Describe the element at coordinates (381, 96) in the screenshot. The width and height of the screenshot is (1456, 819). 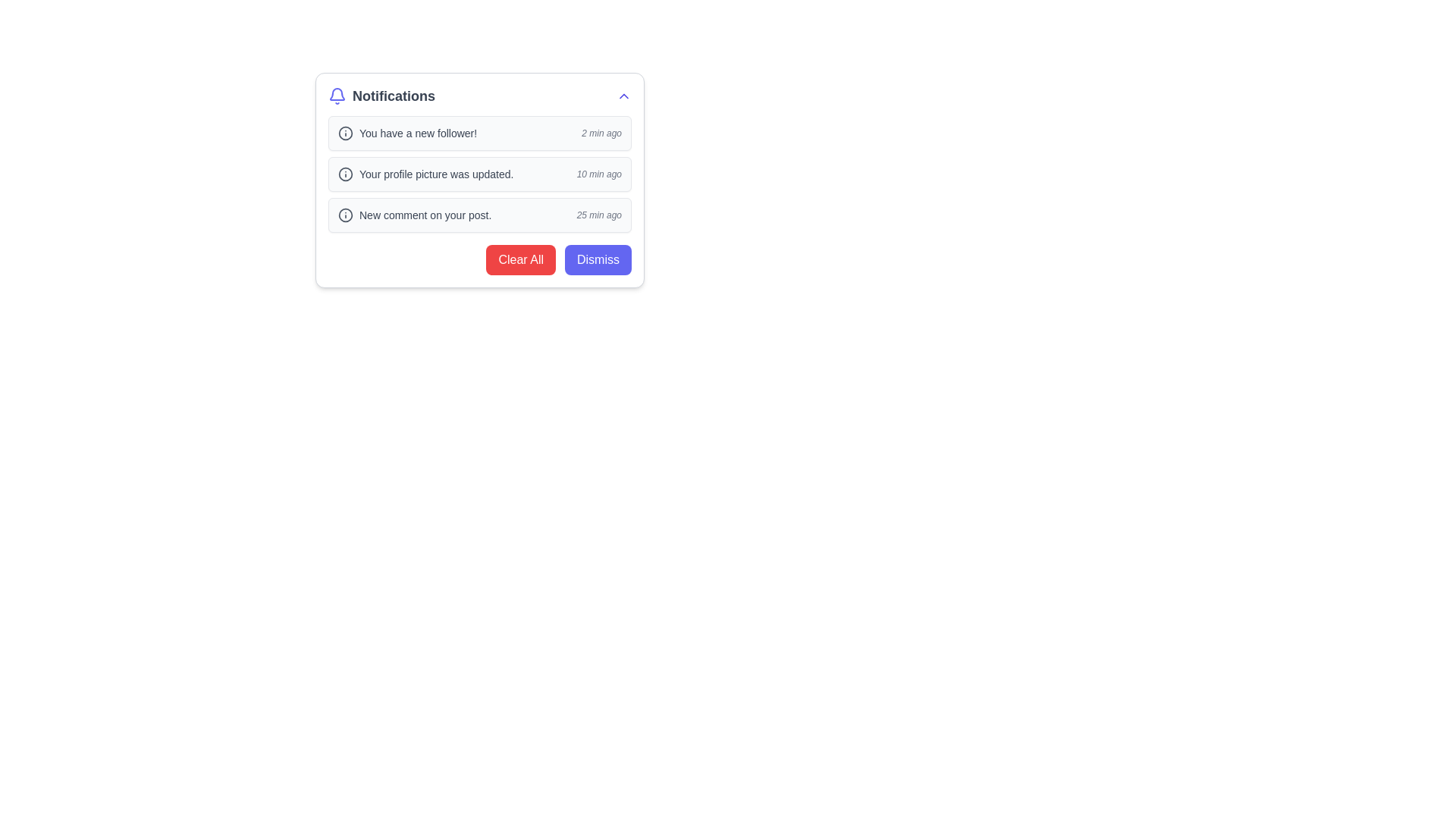
I see `the header label for the notifications section, which is located to the right of a small indigo-colored bell icon, indicating the purpose of the subsequent content` at that location.